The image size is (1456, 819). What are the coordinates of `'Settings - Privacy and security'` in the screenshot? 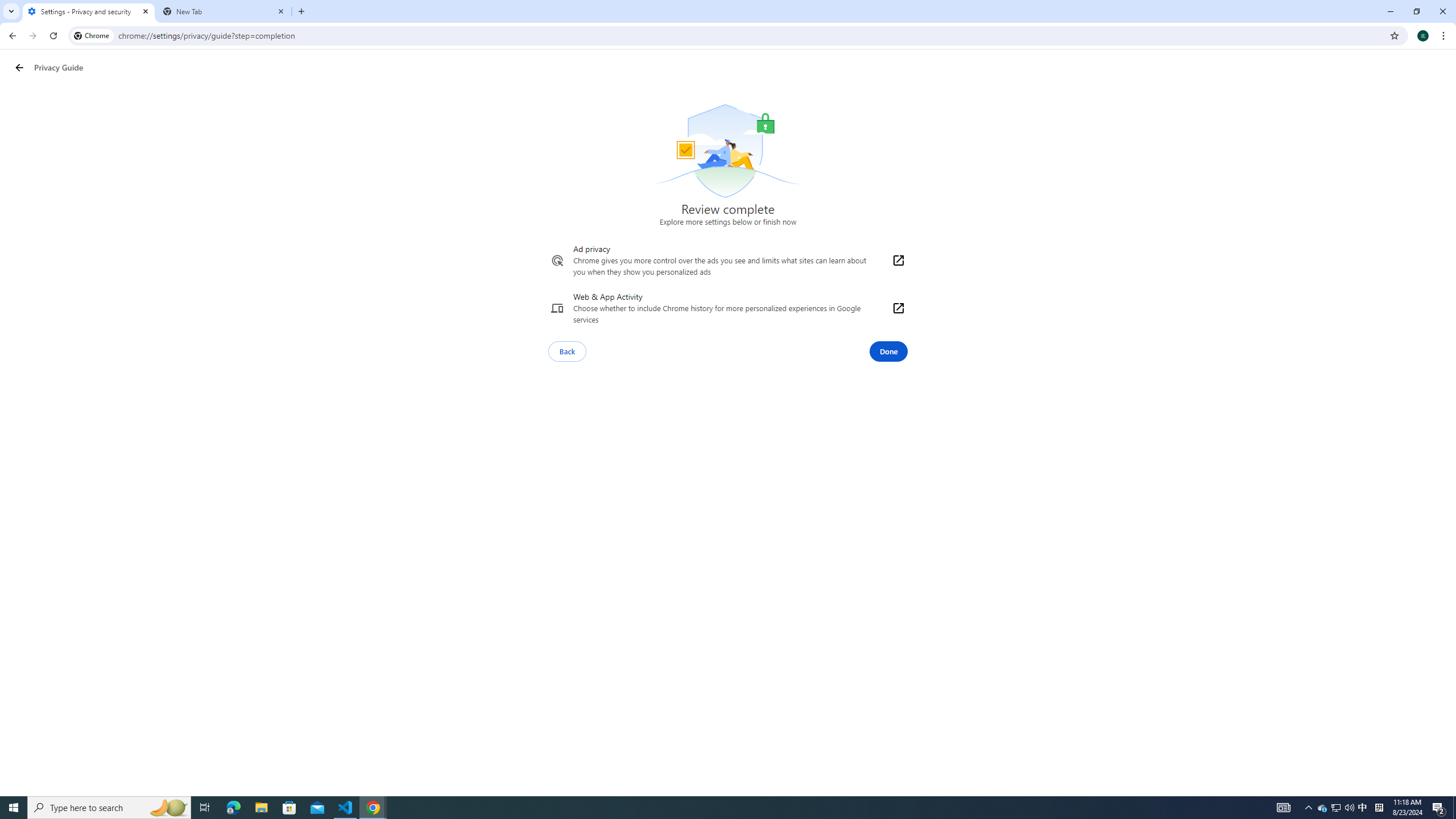 It's located at (88, 11).